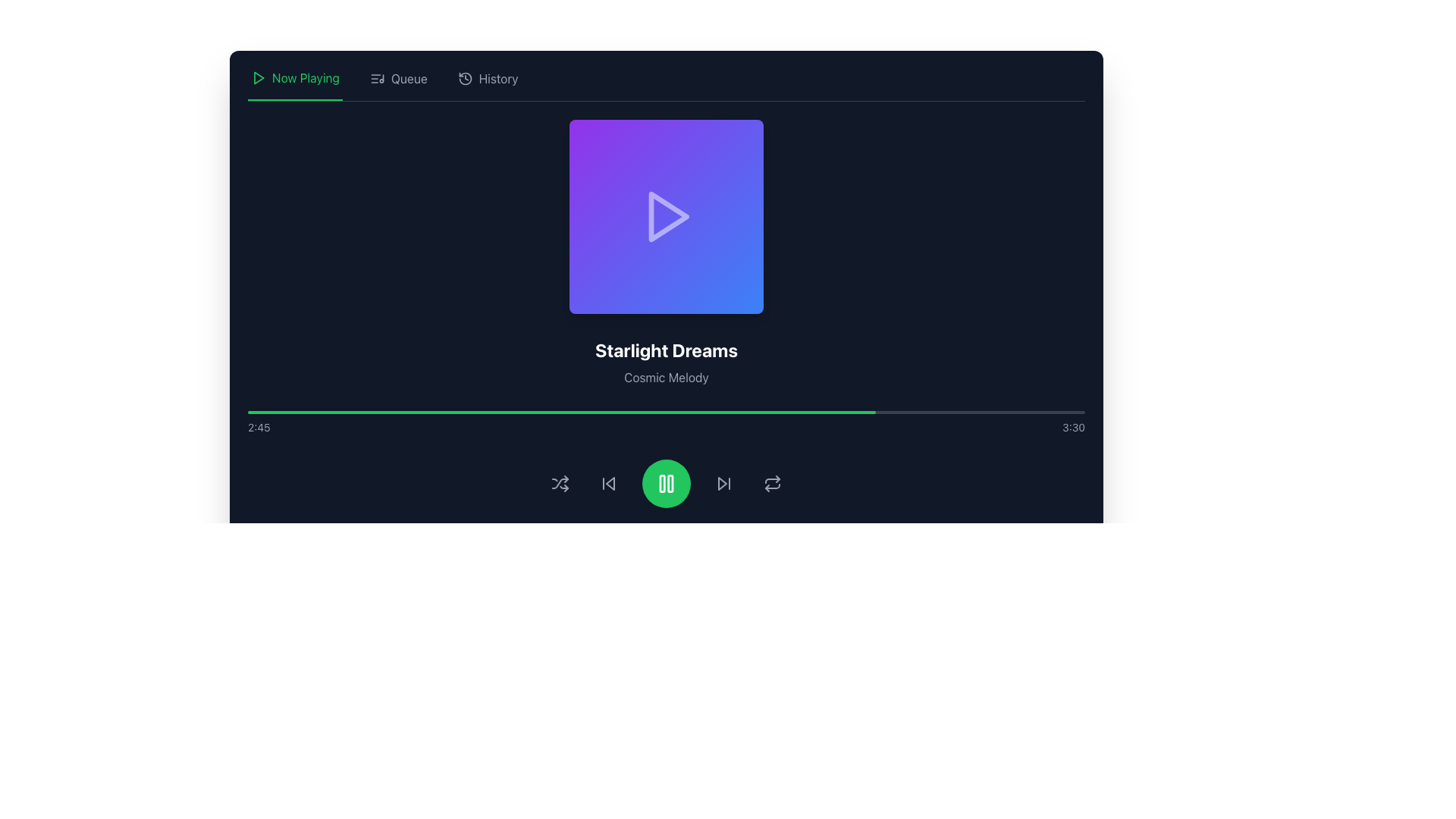 Image resolution: width=1456 pixels, height=819 pixels. Describe the element at coordinates (541, 412) in the screenshot. I see `the progress bar` at that location.